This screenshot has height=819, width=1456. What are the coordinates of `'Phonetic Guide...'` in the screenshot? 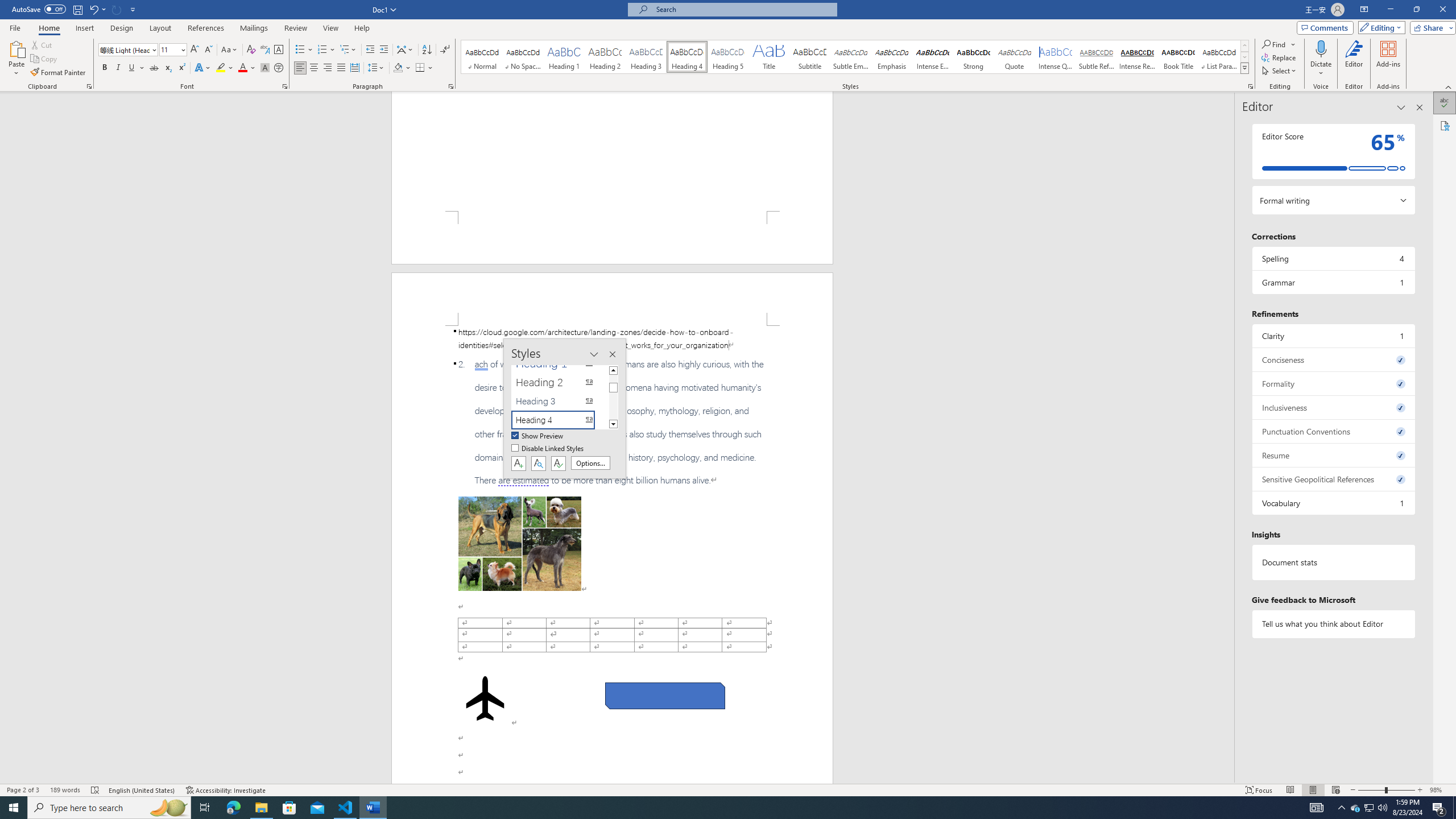 It's located at (264, 49).